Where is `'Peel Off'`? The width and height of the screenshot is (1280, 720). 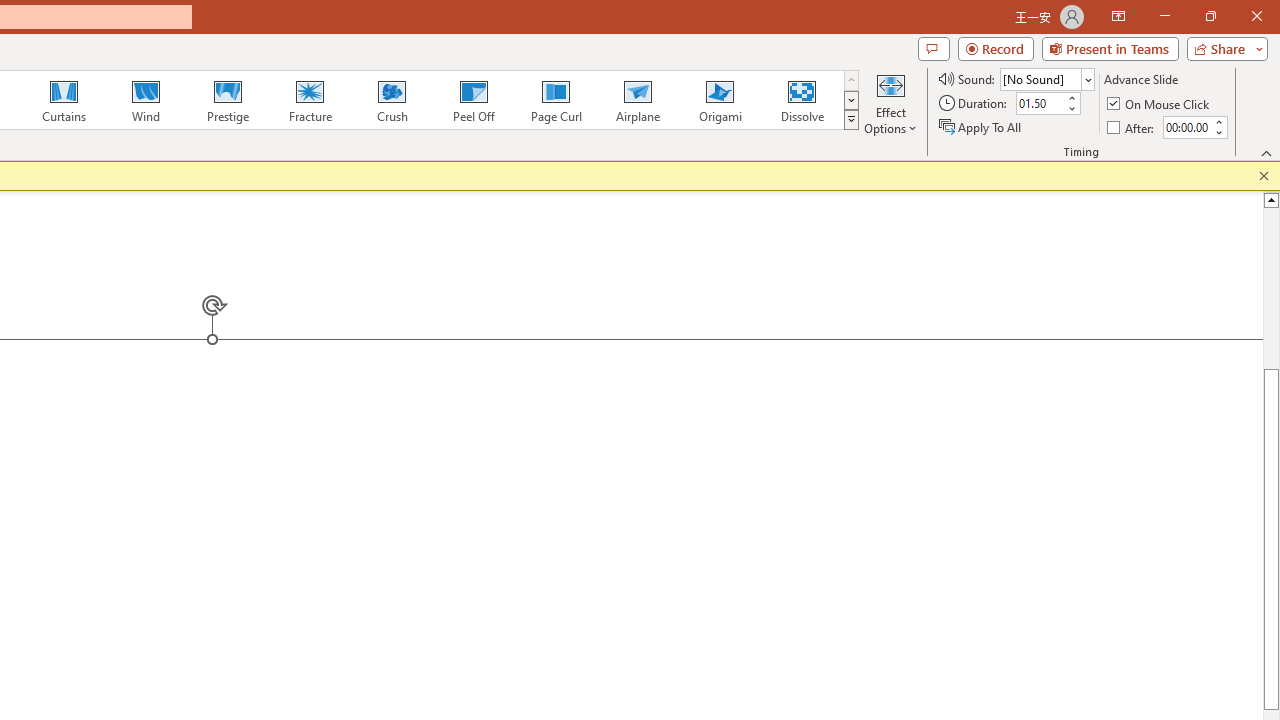
'Peel Off' is located at coordinates (472, 100).